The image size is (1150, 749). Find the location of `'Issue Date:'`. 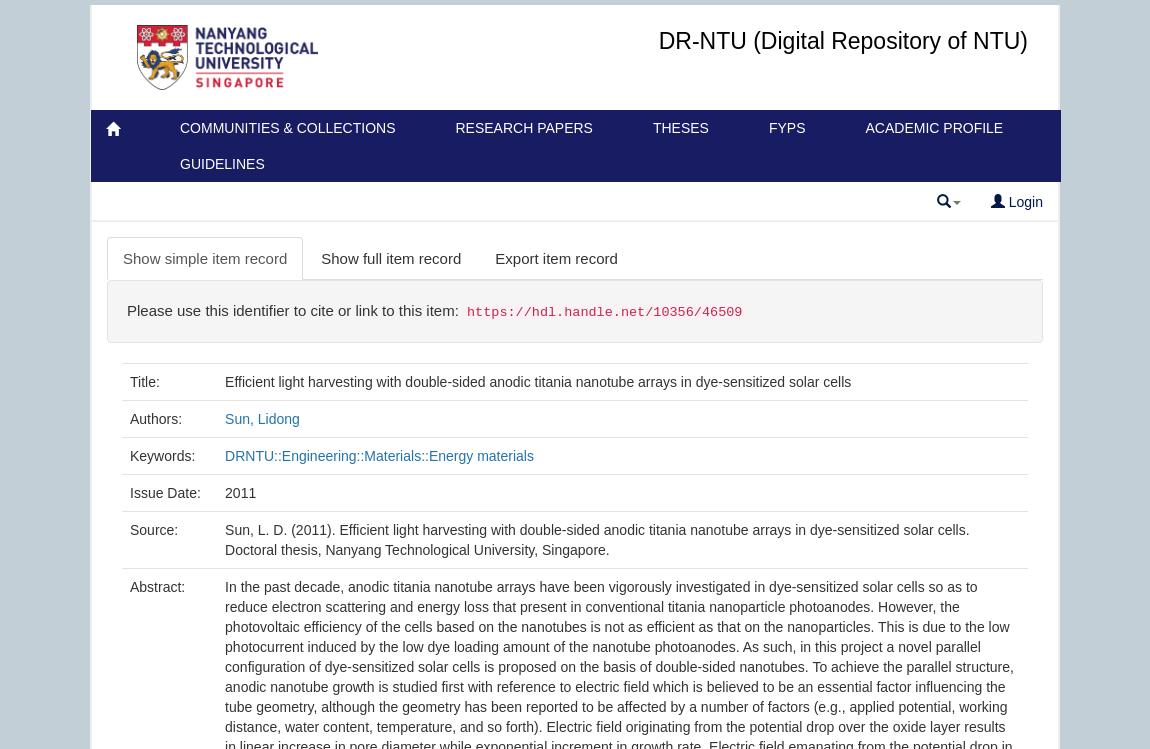

'Issue Date:' is located at coordinates (165, 491).